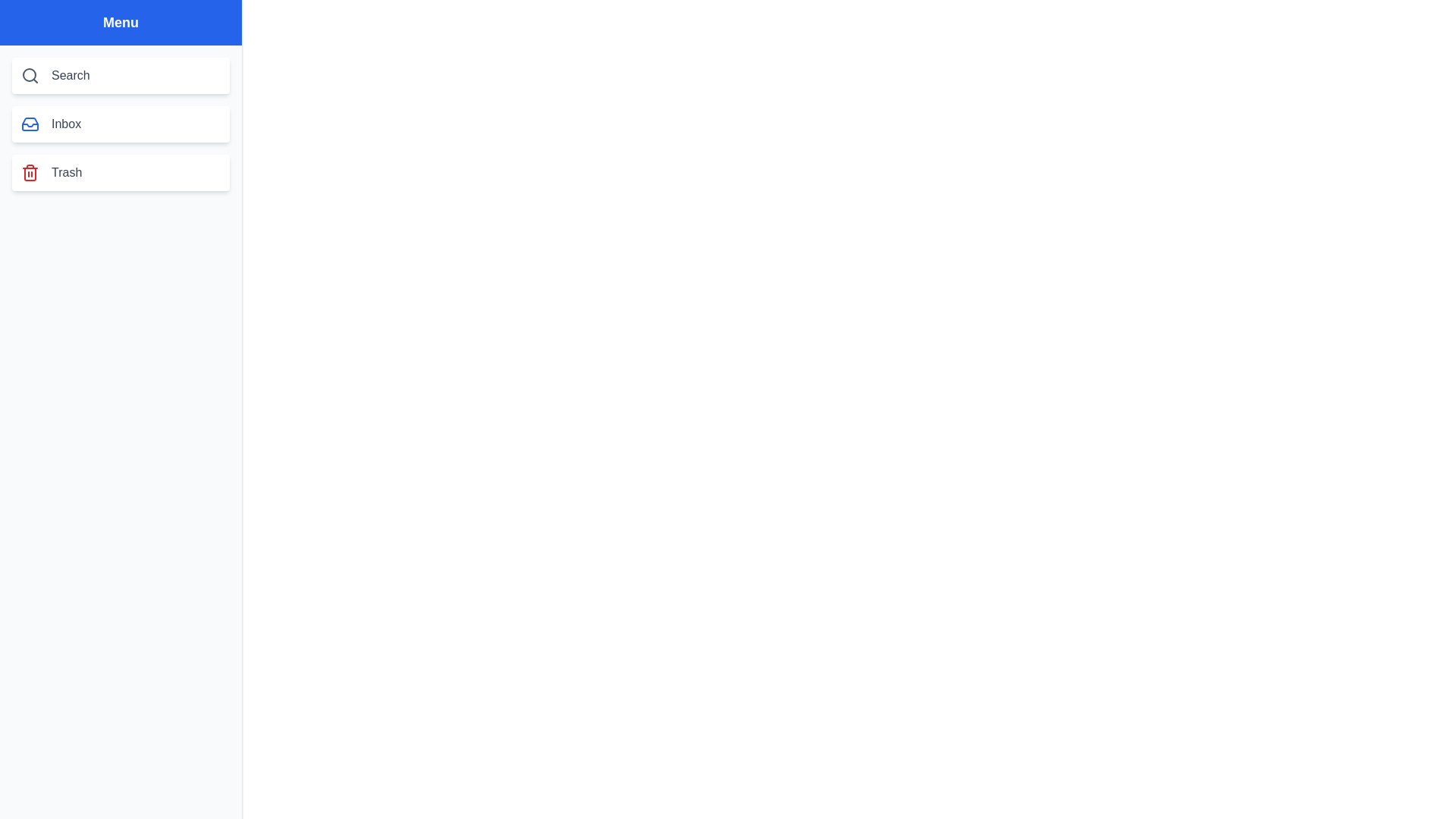 This screenshot has height=819, width=1456. Describe the element at coordinates (30, 30) in the screenshot. I see `button in the top-left corner to toggle the drawer` at that location.